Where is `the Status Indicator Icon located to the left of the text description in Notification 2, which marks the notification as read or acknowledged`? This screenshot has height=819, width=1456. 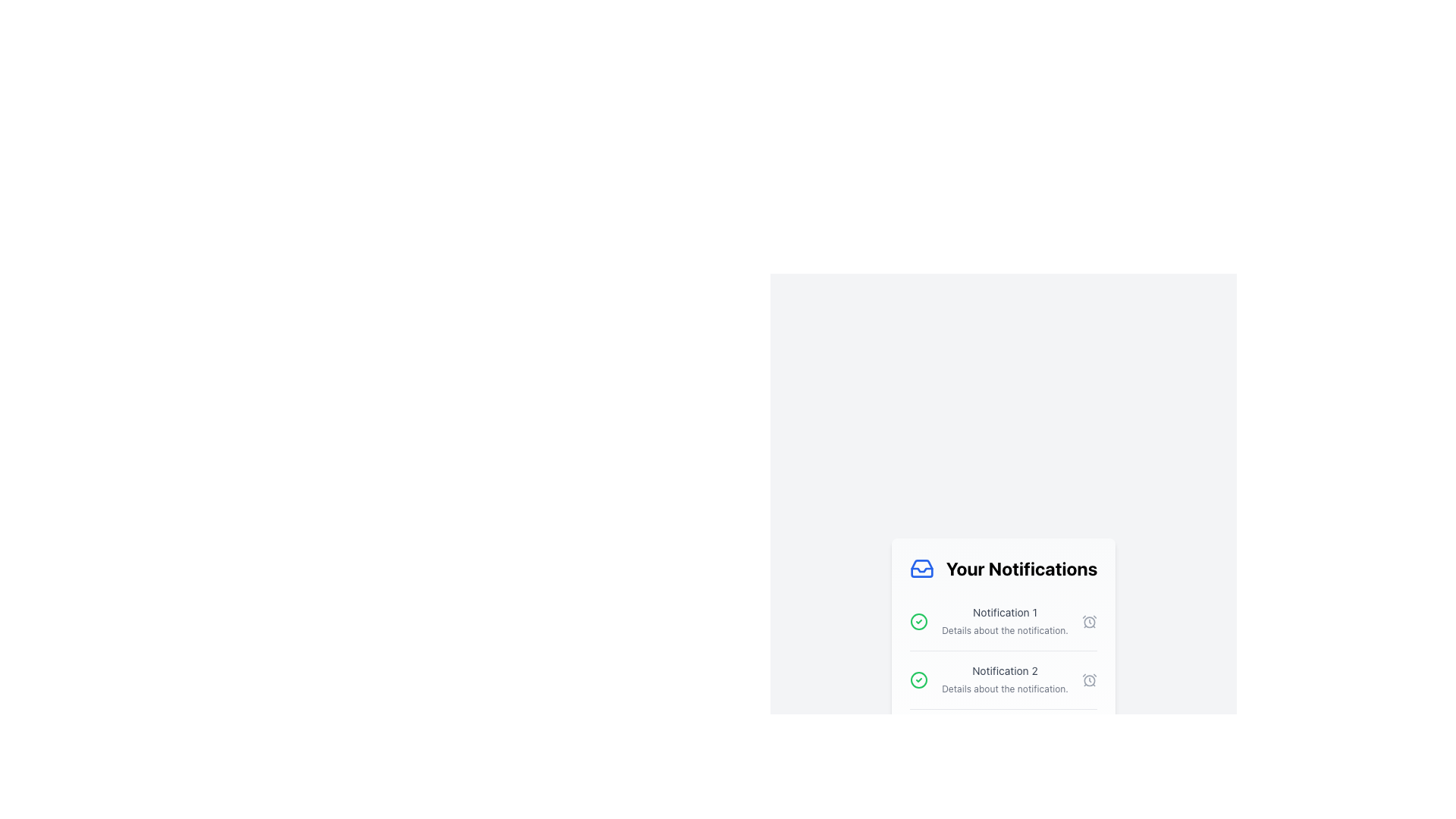 the Status Indicator Icon located to the left of the text description in Notification 2, which marks the notification as read or acknowledged is located at coordinates (918, 679).